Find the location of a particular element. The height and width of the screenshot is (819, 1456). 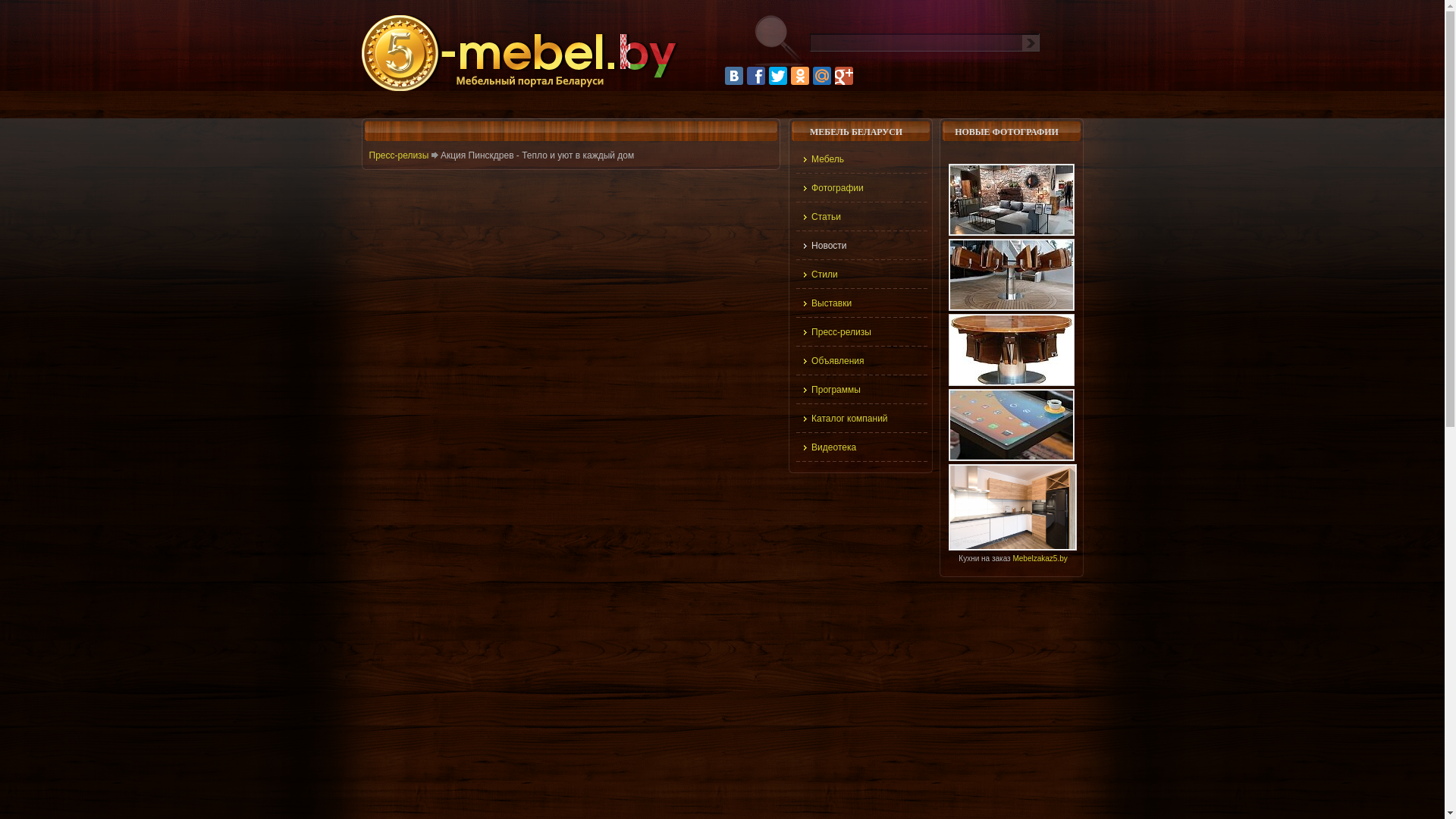

'Google Plus' is located at coordinates (843, 76).